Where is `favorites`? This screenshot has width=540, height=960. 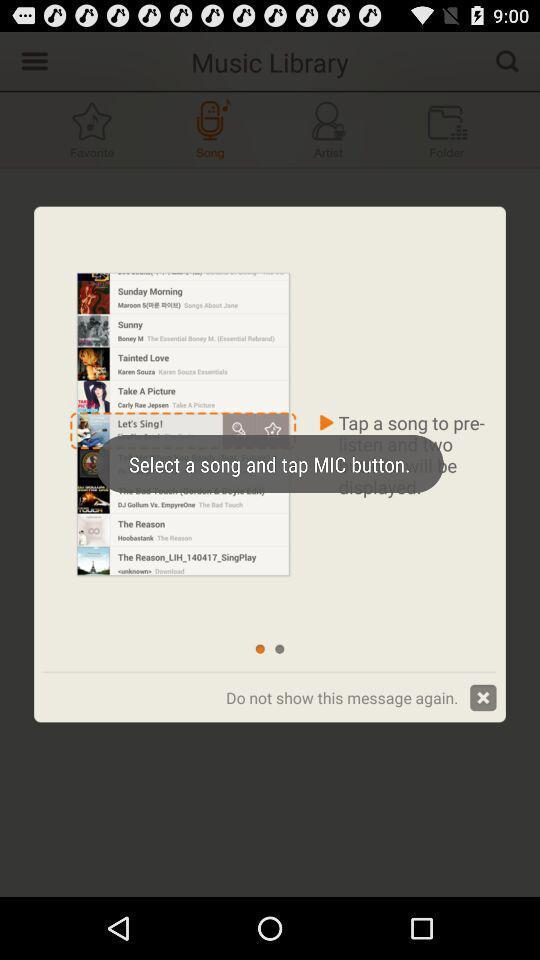 favorites is located at coordinates (91, 128).